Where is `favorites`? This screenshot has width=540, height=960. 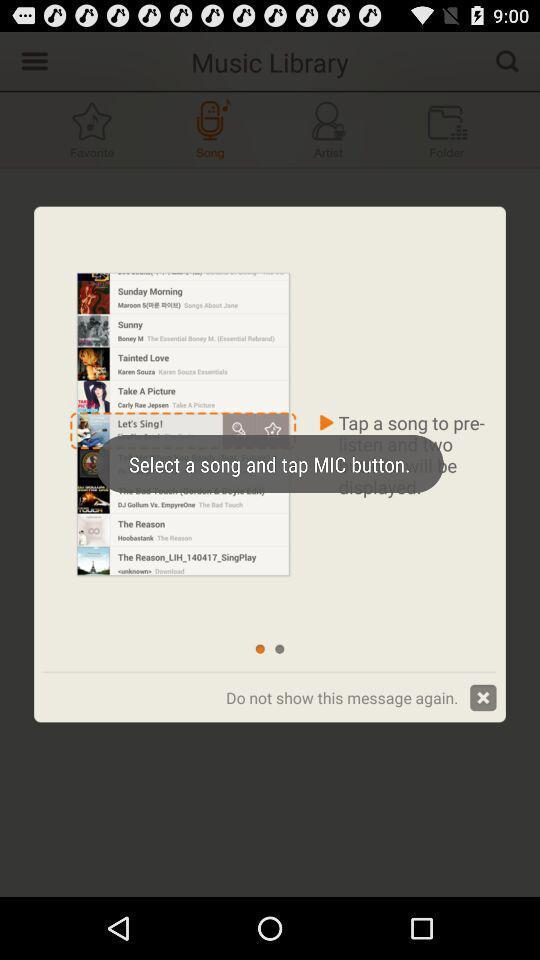 favorites is located at coordinates (91, 128).